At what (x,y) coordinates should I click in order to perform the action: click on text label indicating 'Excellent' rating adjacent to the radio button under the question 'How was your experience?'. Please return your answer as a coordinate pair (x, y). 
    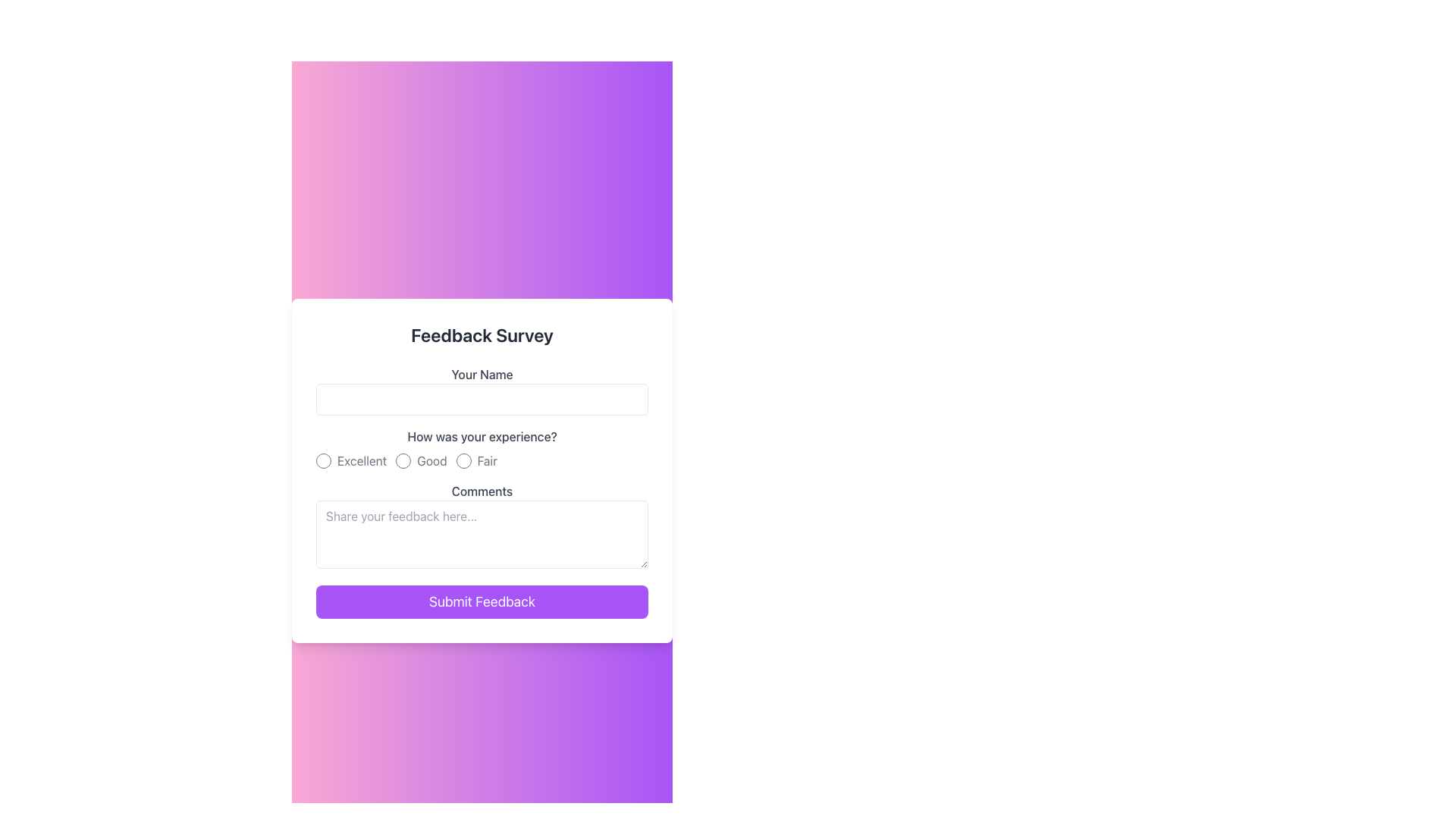
    Looking at the image, I should click on (361, 460).